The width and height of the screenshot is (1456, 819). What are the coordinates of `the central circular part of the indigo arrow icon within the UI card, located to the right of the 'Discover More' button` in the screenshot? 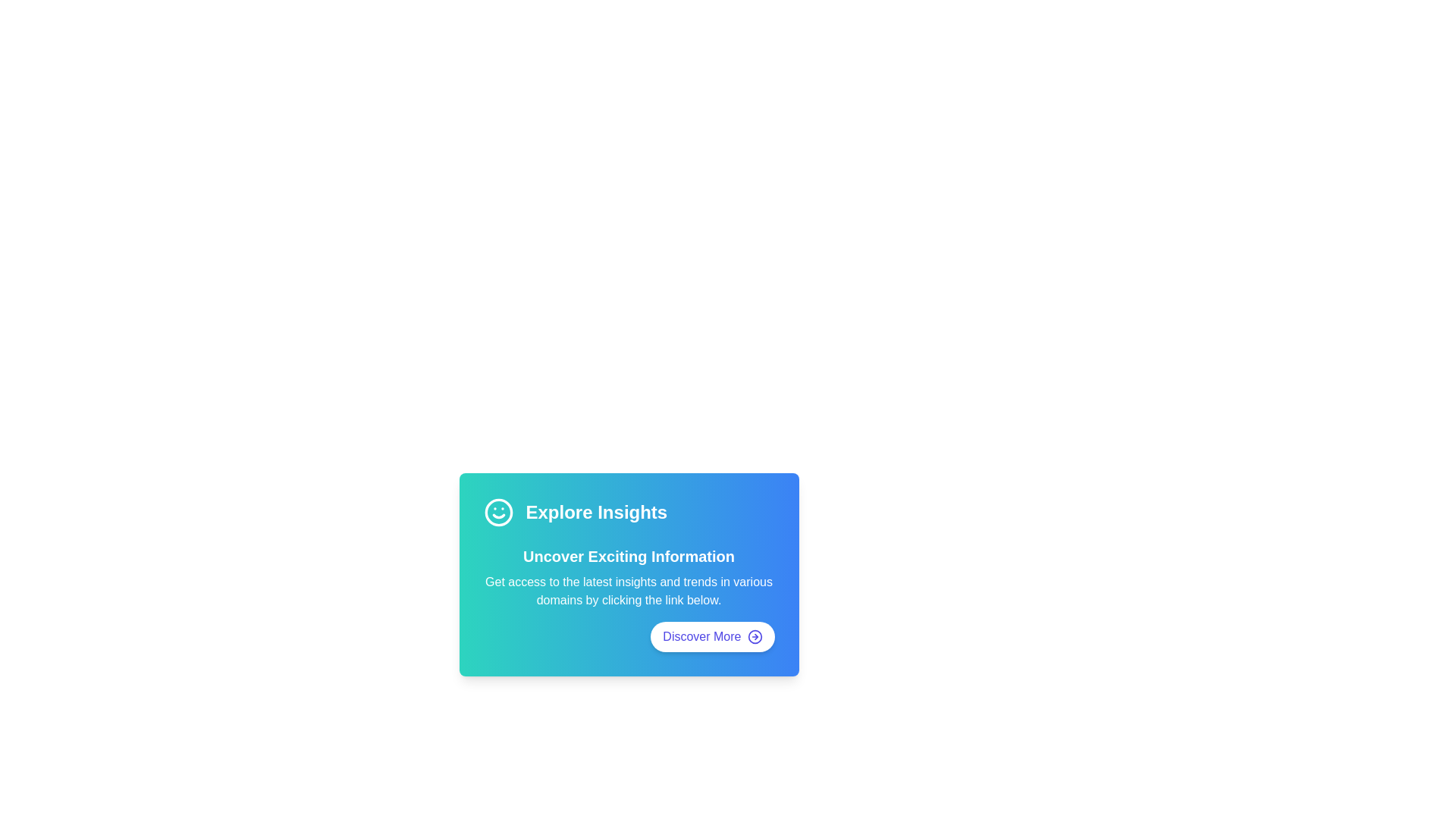 It's located at (755, 637).